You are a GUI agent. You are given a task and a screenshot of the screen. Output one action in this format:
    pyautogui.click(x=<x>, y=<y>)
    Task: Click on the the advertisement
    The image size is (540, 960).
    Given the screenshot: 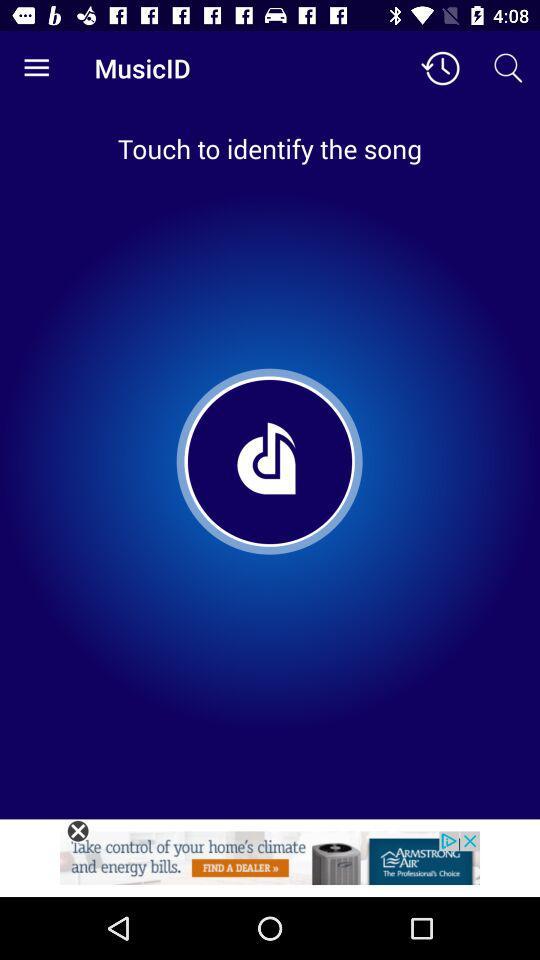 What is the action you would take?
    pyautogui.click(x=77, y=831)
    